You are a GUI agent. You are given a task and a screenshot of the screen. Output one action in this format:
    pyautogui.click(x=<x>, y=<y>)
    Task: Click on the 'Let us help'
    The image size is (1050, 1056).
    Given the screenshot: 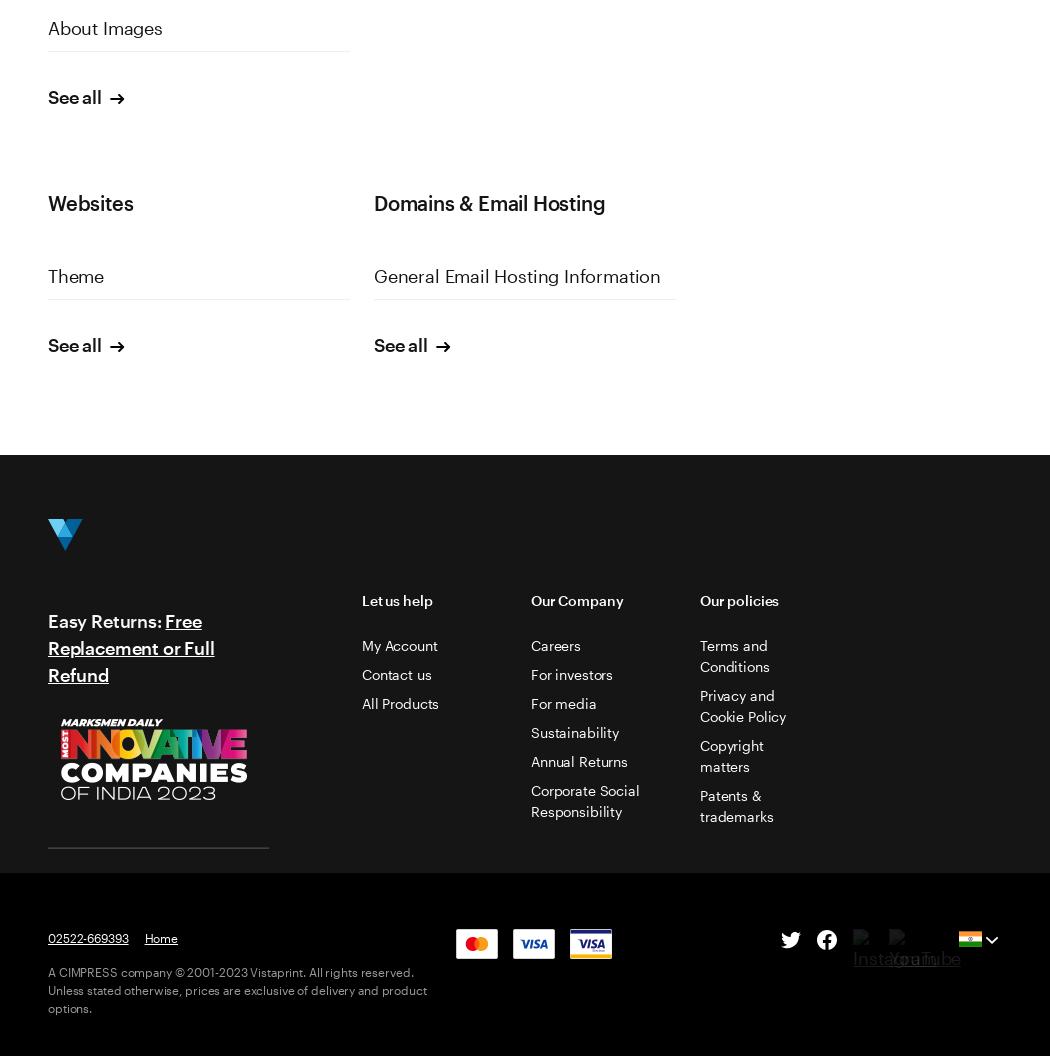 What is the action you would take?
    pyautogui.click(x=396, y=599)
    